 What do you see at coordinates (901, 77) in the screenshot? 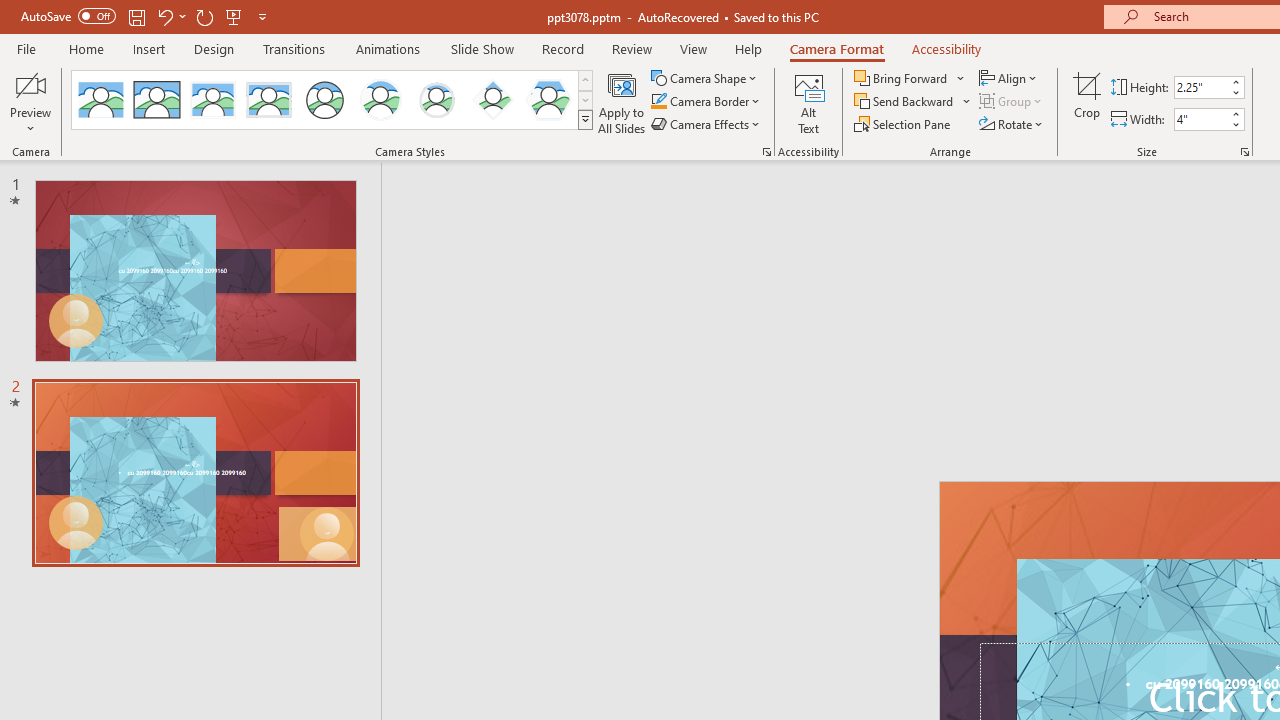
I see `'Bring Forward'` at bounding box center [901, 77].